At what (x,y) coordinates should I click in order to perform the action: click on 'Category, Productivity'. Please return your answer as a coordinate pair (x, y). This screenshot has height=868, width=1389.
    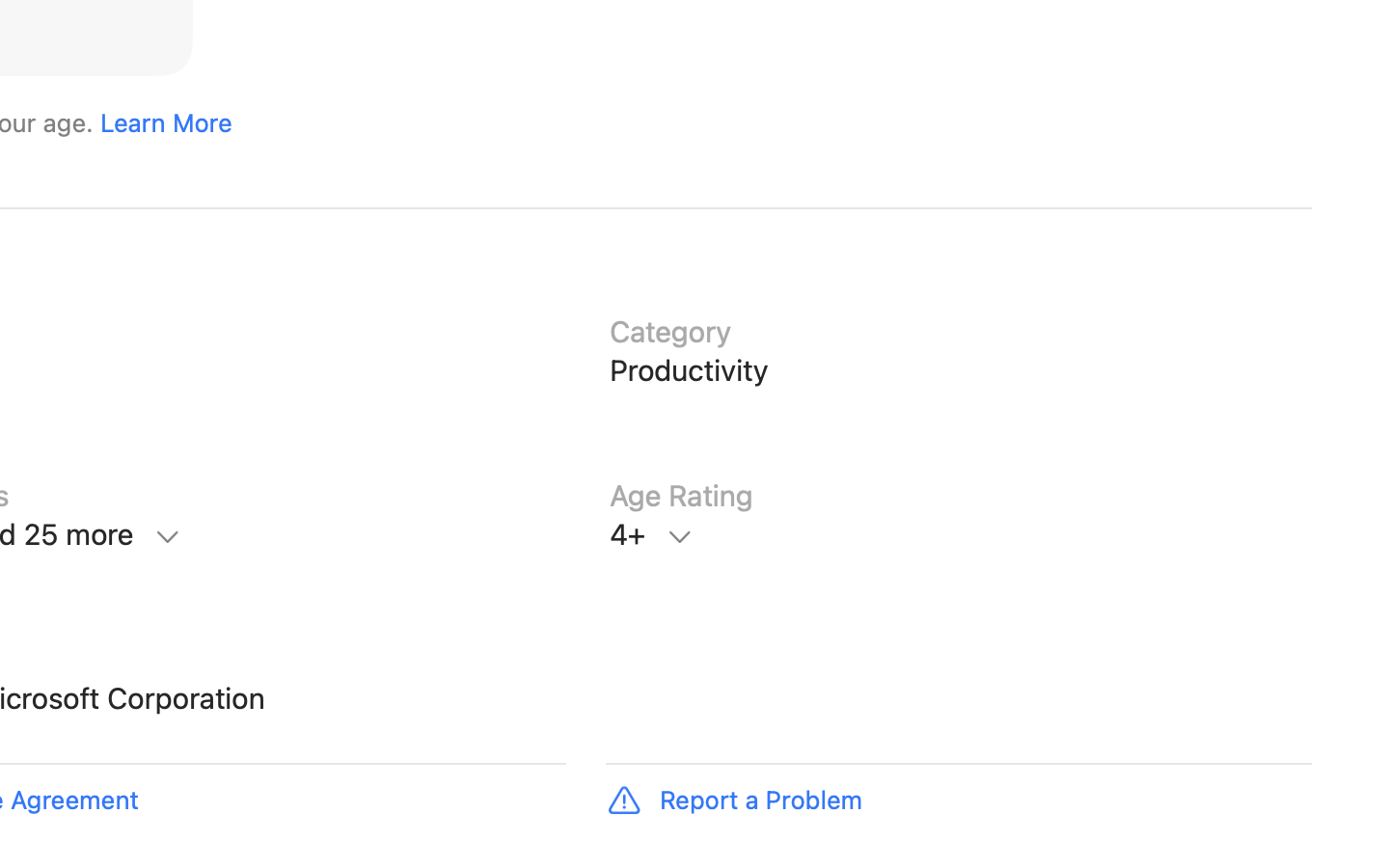
    Looking at the image, I should click on (958, 371).